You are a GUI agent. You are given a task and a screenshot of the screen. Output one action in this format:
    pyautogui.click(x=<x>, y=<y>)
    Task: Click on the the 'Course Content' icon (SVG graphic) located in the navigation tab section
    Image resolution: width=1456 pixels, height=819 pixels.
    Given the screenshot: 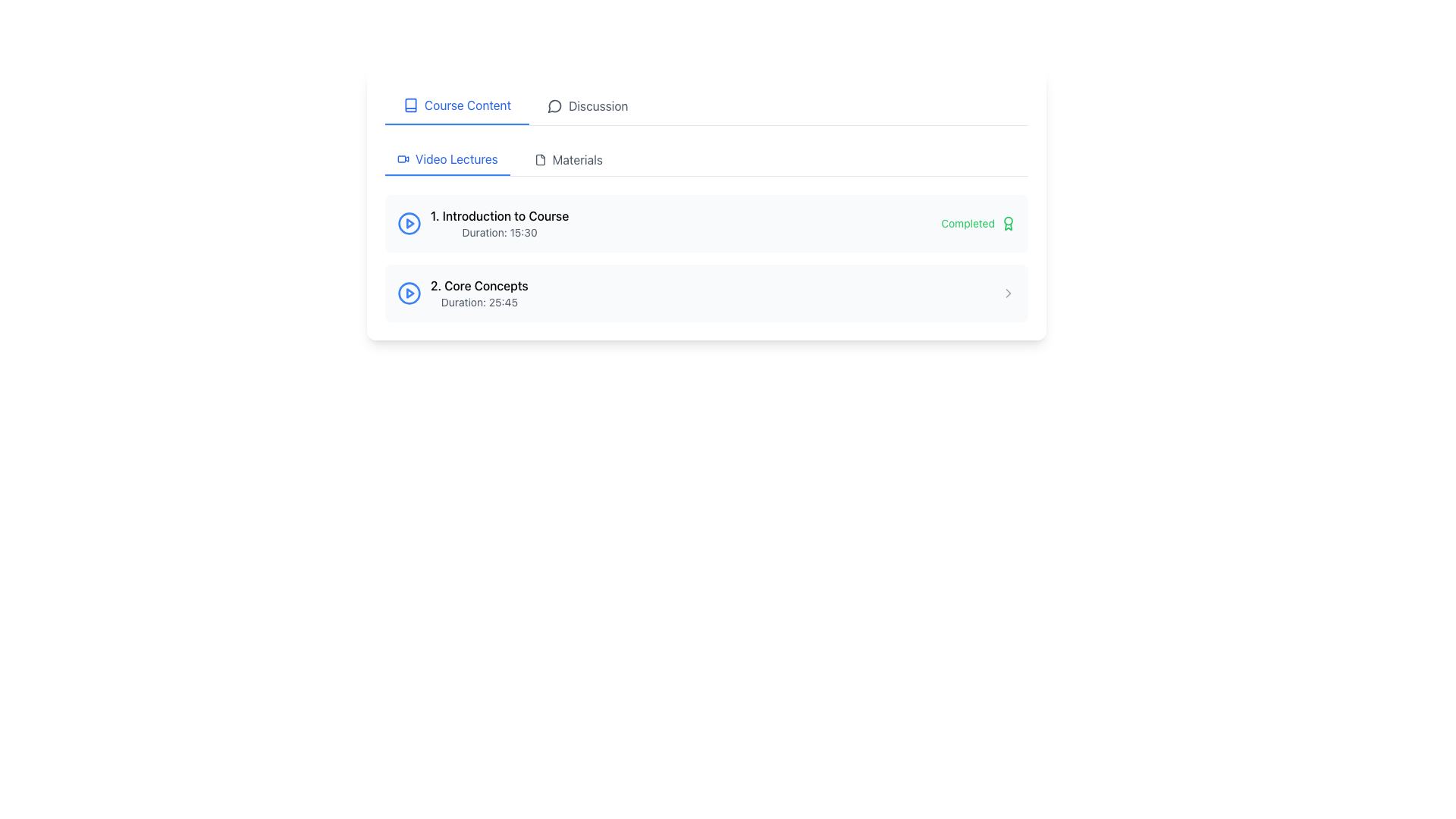 What is the action you would take?
    pyautogui.click(x=411, y=104)
    